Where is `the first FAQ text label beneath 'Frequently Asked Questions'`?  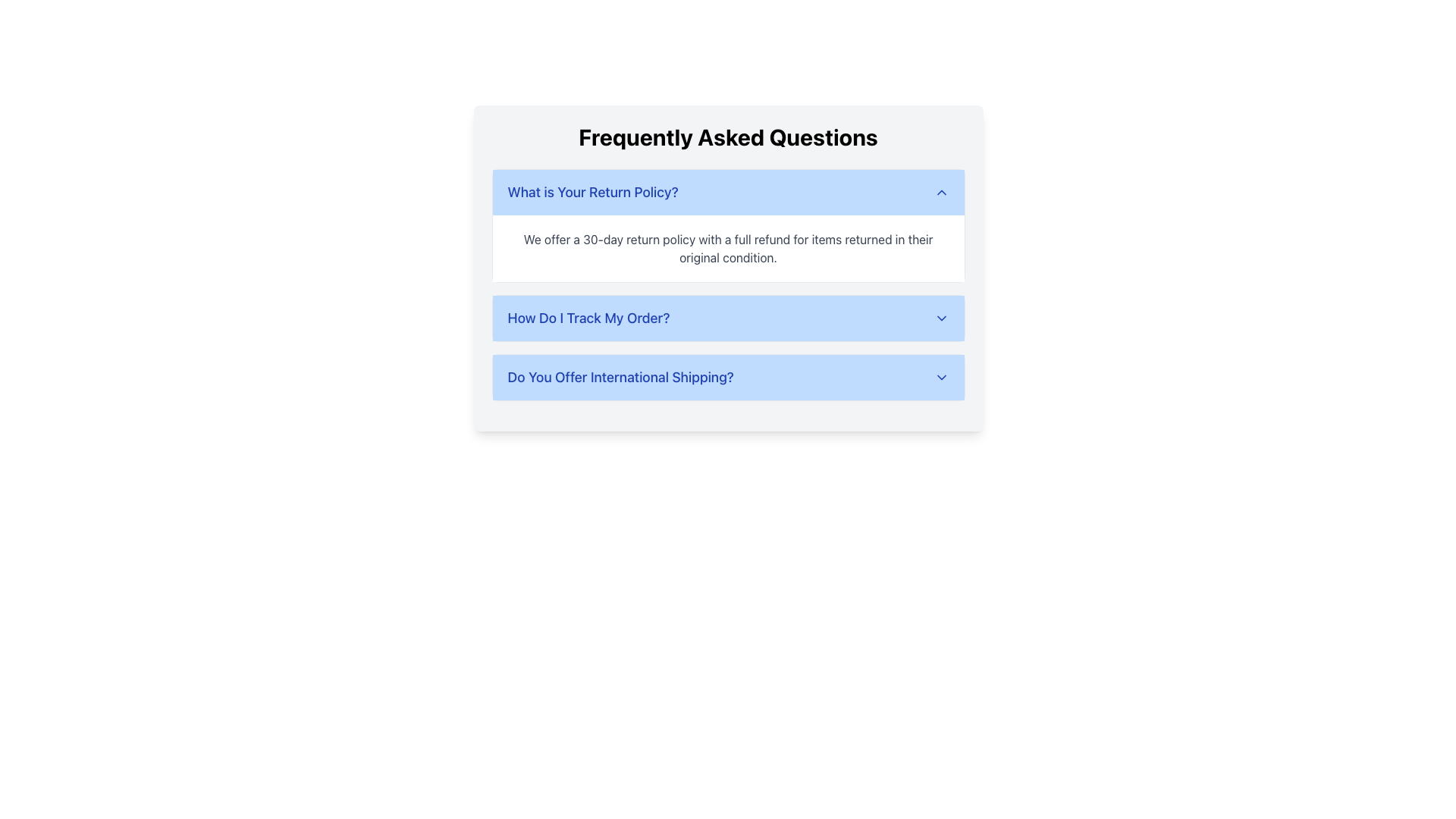 the first FAQ text label beneath 'Frequently Asked Questions' is located at coordinates (592, 192).